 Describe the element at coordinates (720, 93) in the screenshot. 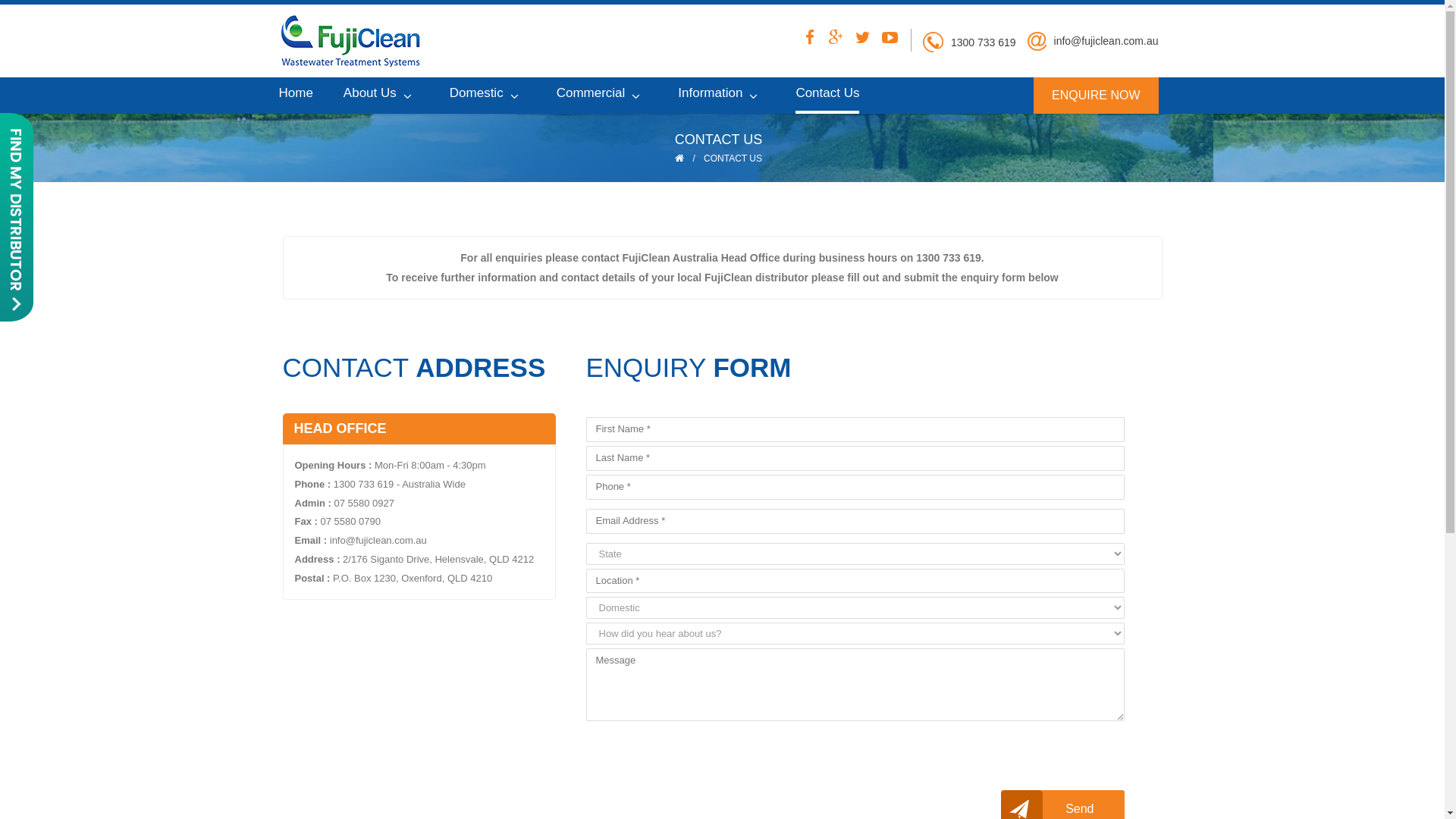

I see `'Information'` at that location.